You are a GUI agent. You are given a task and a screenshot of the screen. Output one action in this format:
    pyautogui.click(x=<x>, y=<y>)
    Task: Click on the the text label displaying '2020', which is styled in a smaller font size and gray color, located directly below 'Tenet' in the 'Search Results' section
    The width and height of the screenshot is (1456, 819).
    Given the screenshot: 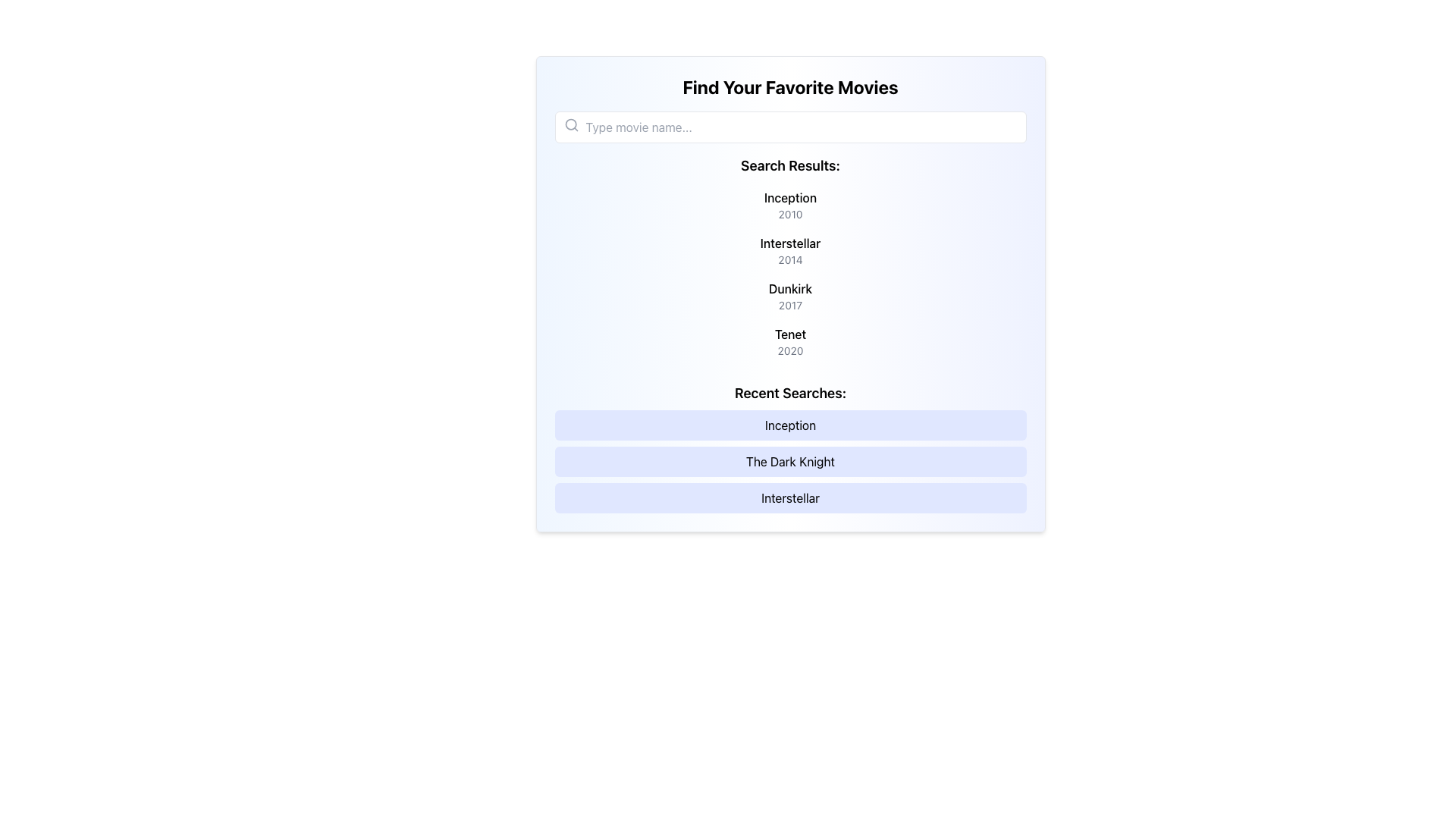 What is the action you would take?
    pyautogui.click(x=789, y=350)
    